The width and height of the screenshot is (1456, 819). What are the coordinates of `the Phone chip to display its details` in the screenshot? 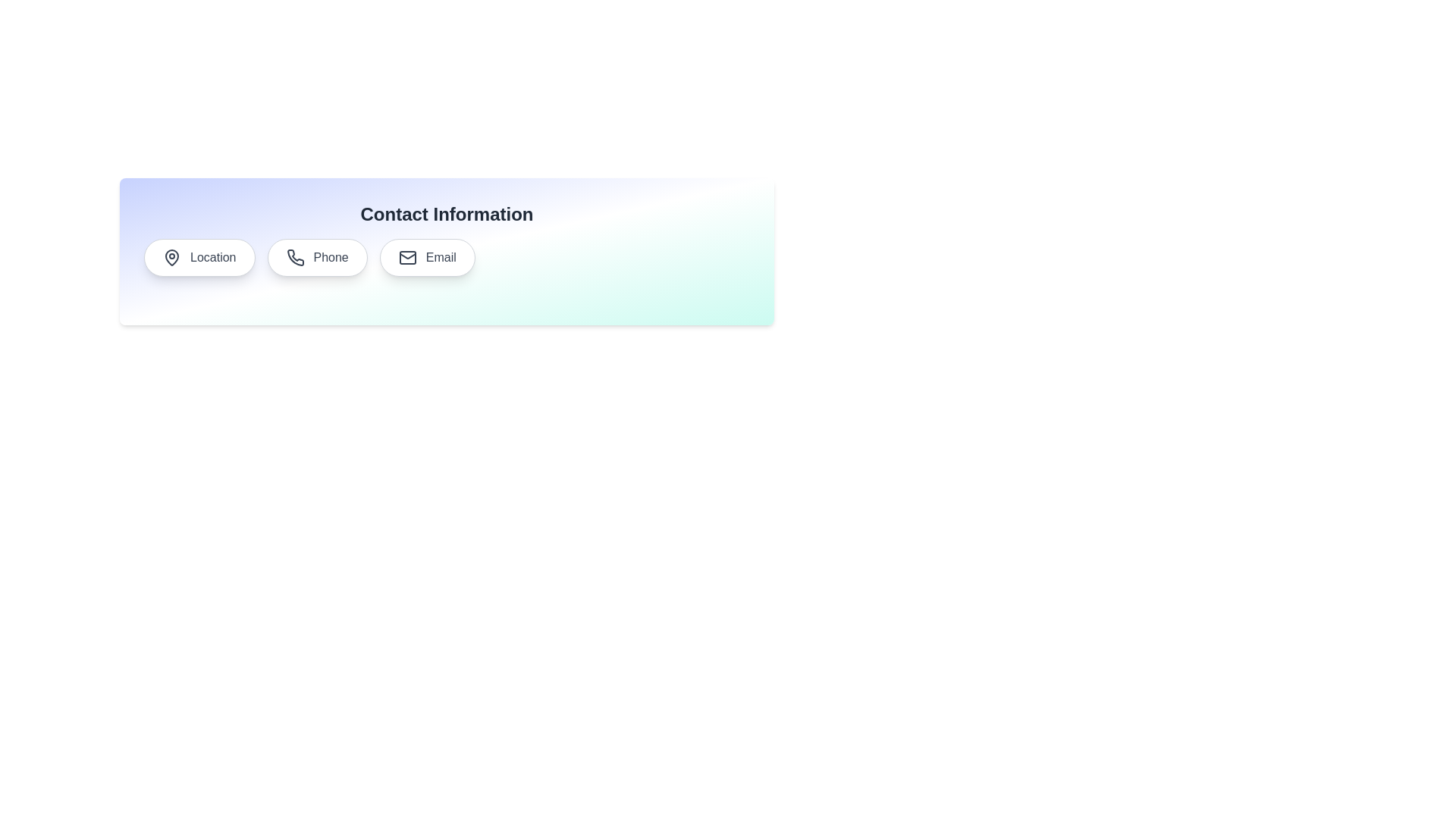 It's located at (316, 256).